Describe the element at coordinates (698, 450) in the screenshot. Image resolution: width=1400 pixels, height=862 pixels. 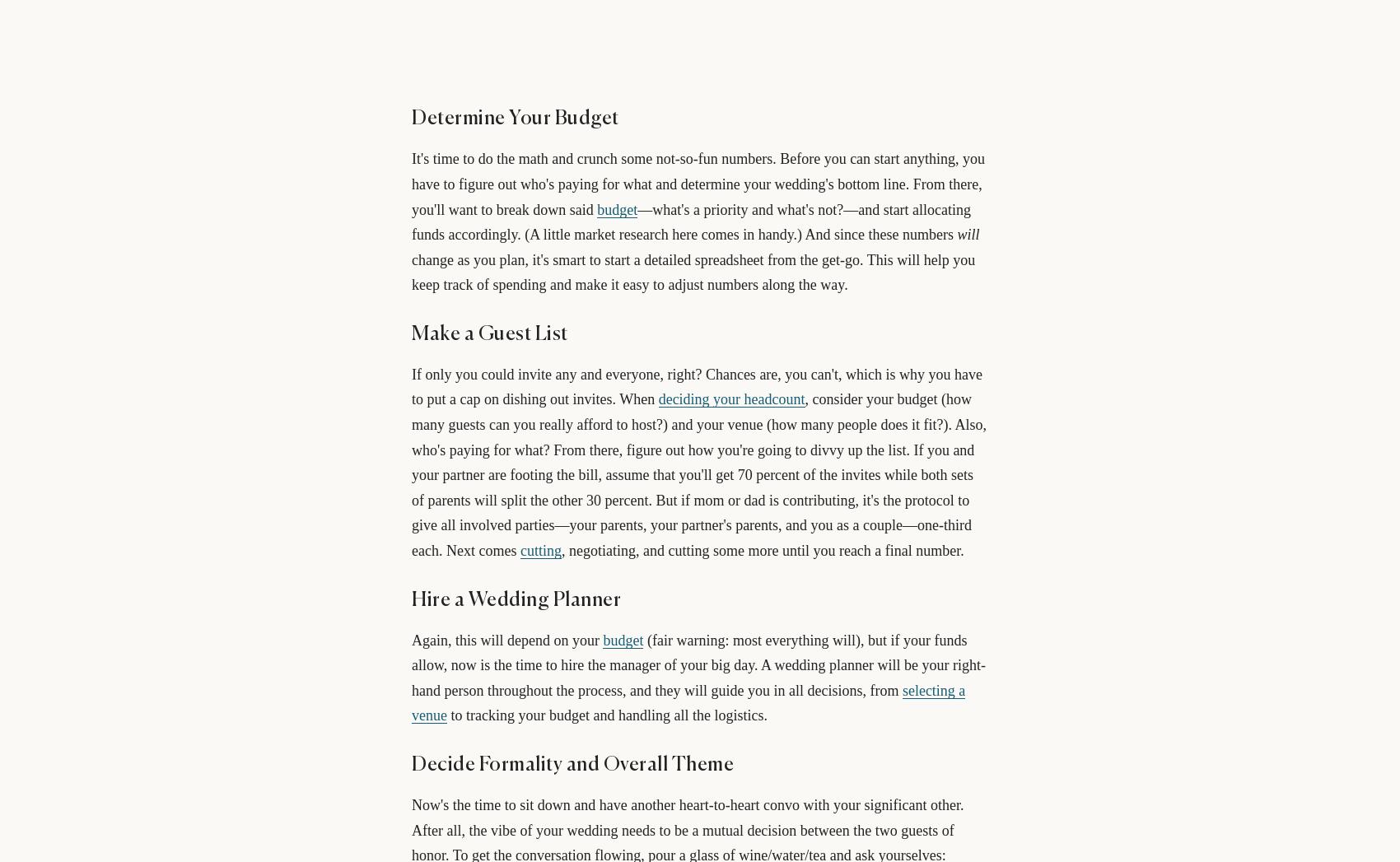
I see `', consider your budget (how many guests can you really afford to host?) and your venue (how many people does it fit?). Also, who's paying for what? From there, figure out how you're going to divvy up the list. If you and your partner are footing the bill, assume that you'll get 70 percent of the invites while both sets of parents will split the other 30 percent.'` at that location.